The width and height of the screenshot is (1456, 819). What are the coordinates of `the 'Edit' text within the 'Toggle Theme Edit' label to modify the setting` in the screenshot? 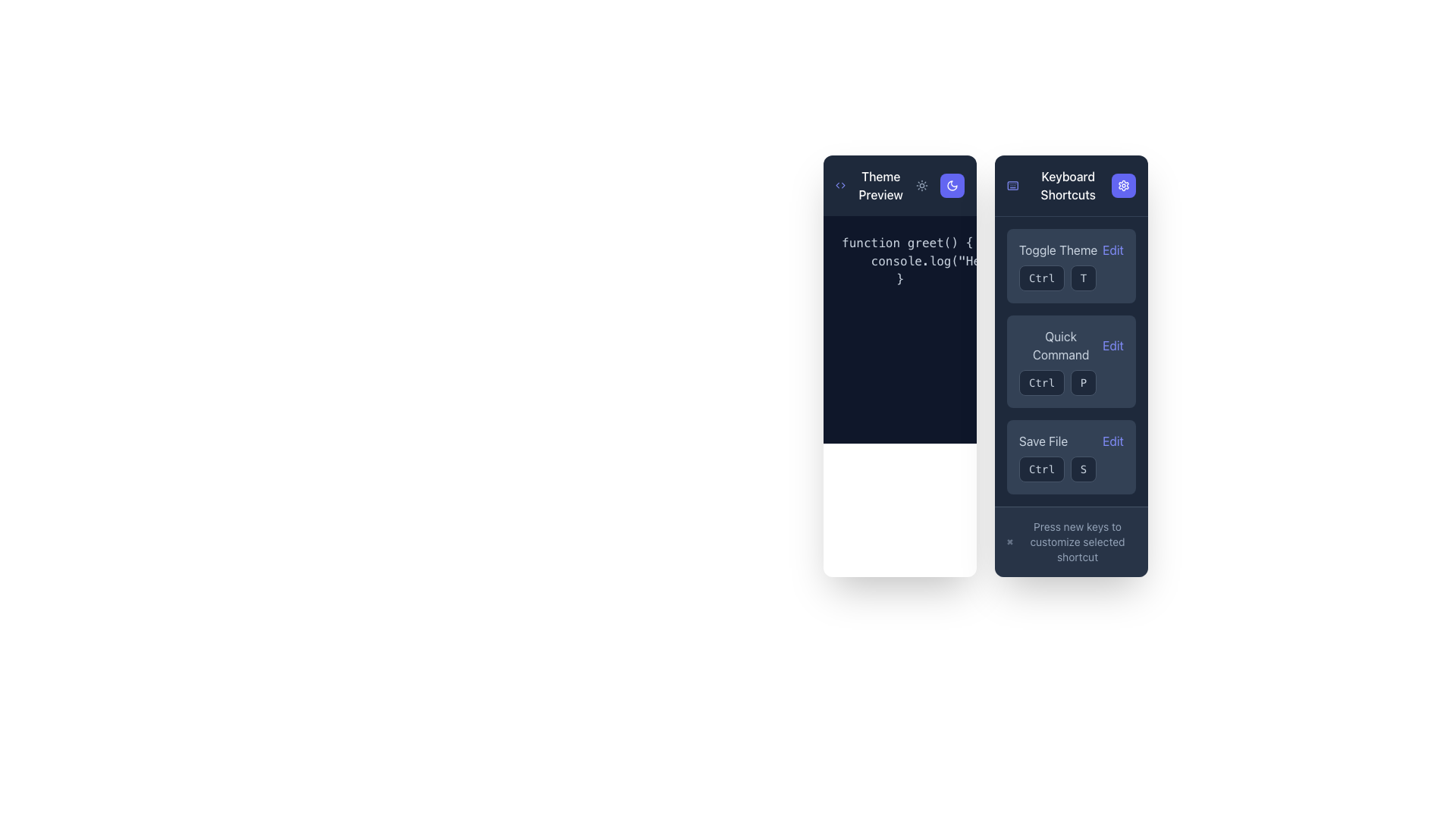 It's located at (1070, 249).